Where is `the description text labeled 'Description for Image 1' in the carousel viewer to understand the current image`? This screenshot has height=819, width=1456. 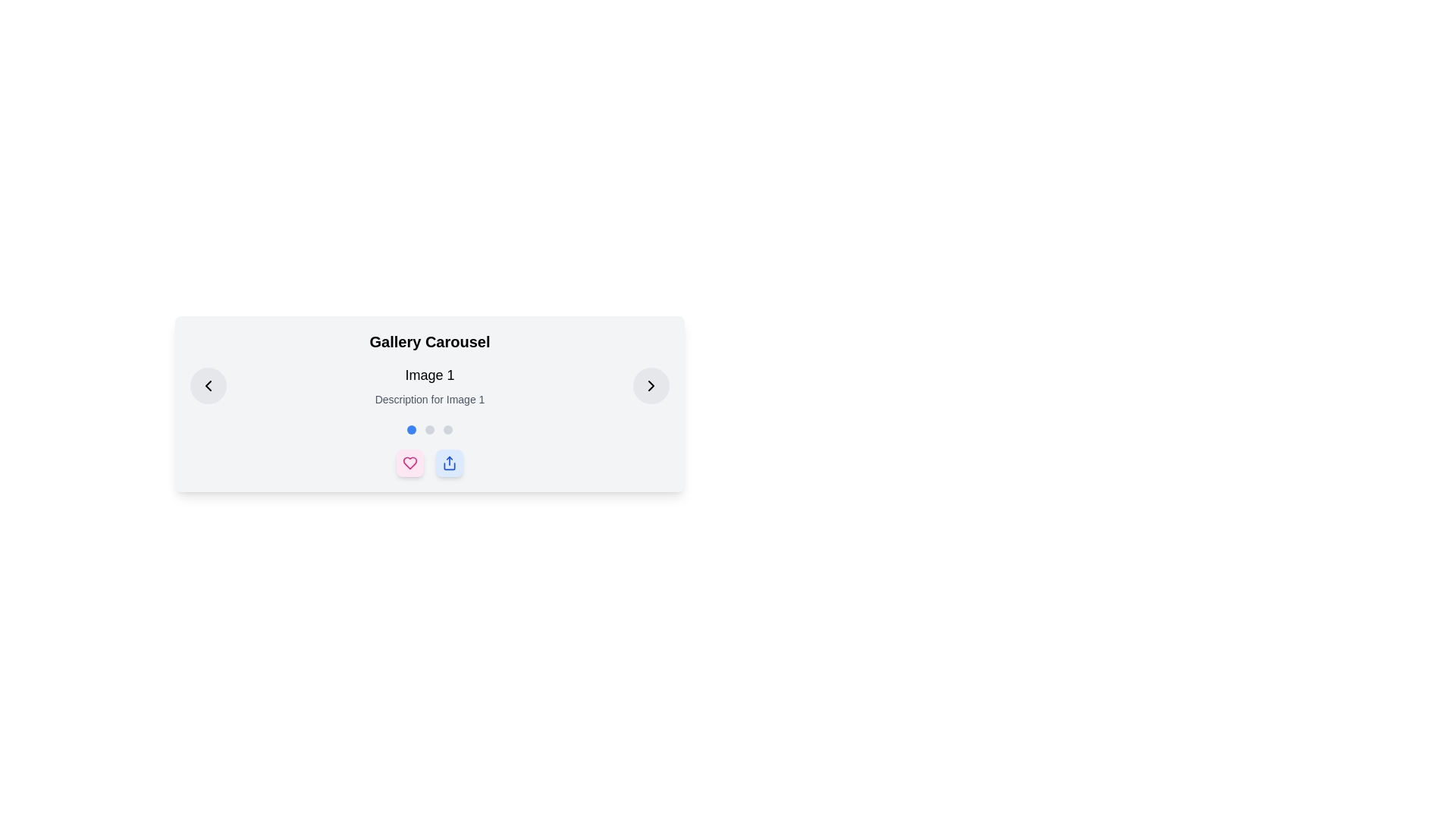 the description text labeled 'Description for Image 1' in the carousel viewer to understand the current image is located at coordinates (428, 385).